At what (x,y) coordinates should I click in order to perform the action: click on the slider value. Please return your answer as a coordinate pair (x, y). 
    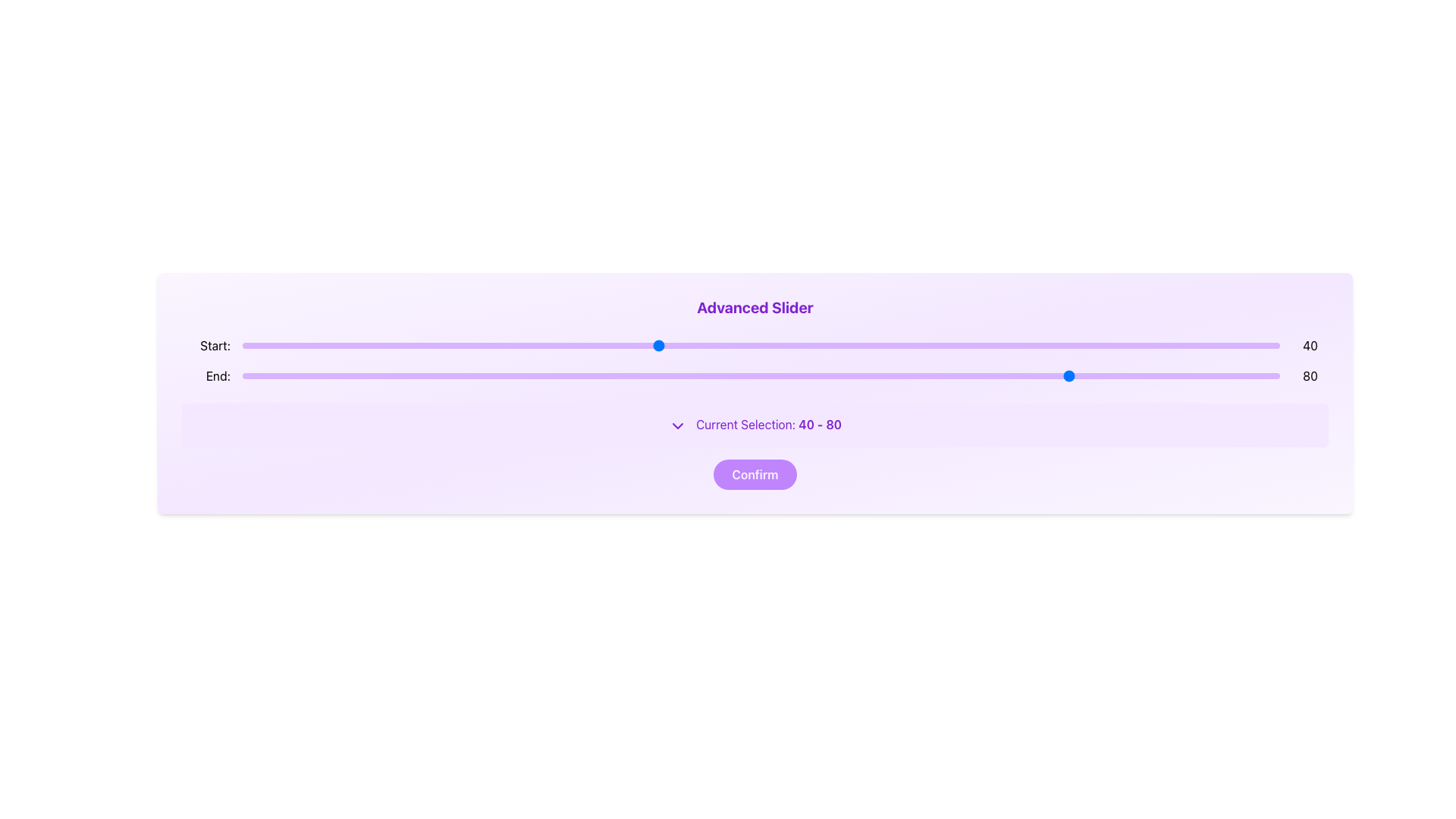
    Looking at the image, I should click on (1175, 375).